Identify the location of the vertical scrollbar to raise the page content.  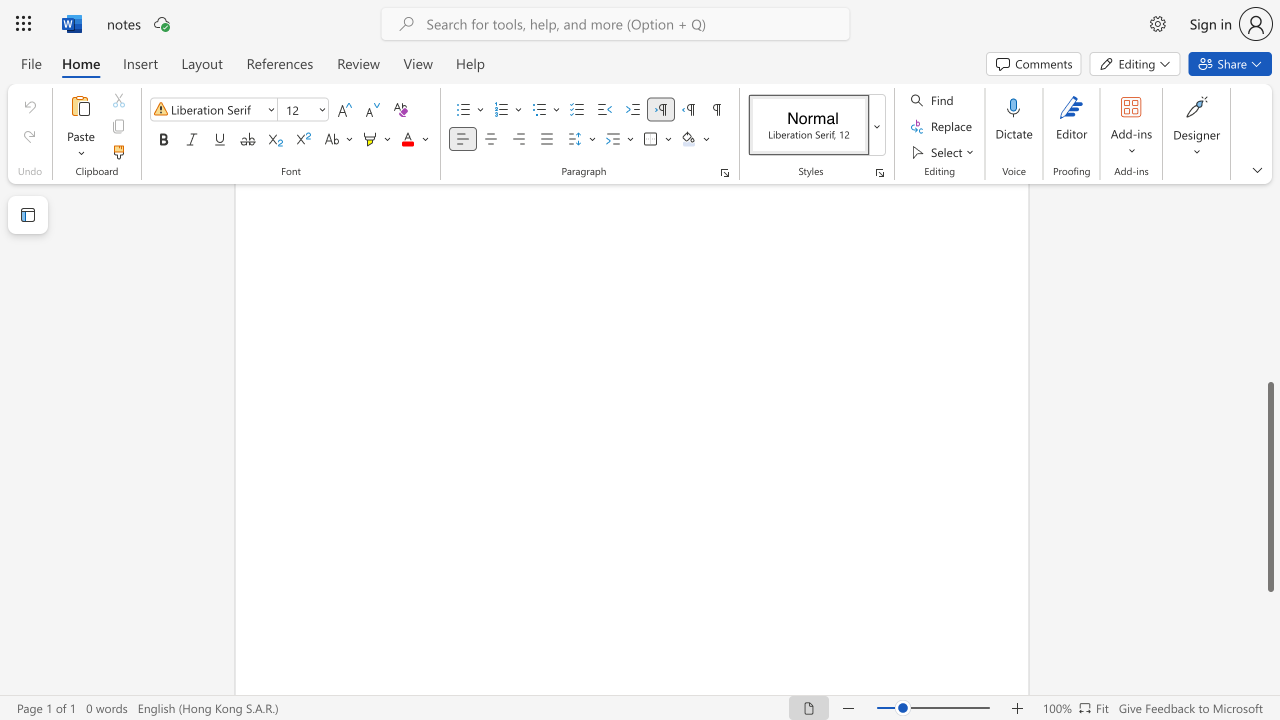
(1269, 360).